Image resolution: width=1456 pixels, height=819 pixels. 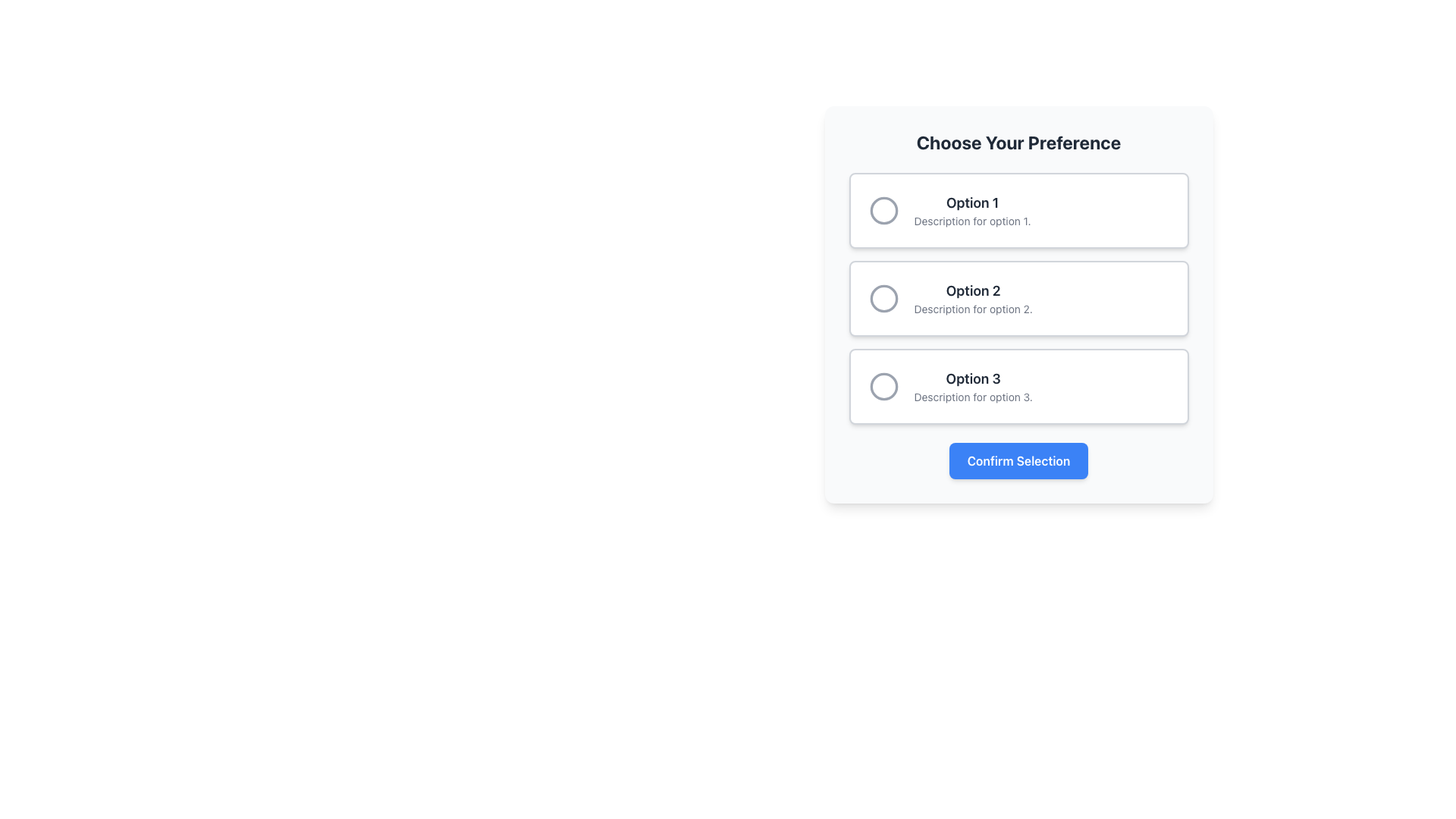 I want to click on the label containing the text 'Description for option 2.' which is styled in smaller gray font and positioned beneath the bold 'Option 2' label, so click(x=973, y=309).